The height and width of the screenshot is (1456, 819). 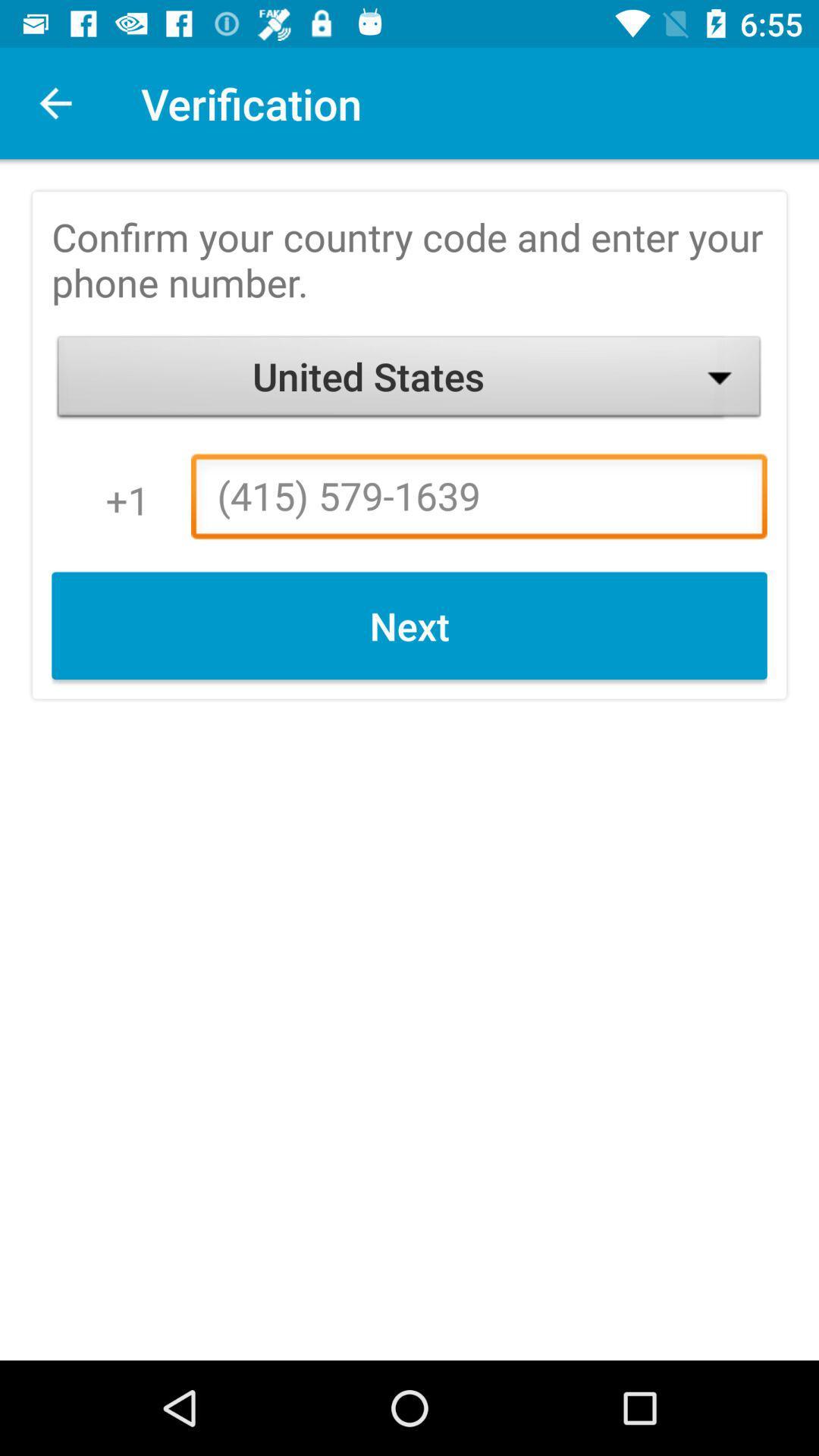 I want to click on icon to the left of   verification item, so click(x=55, y=102).